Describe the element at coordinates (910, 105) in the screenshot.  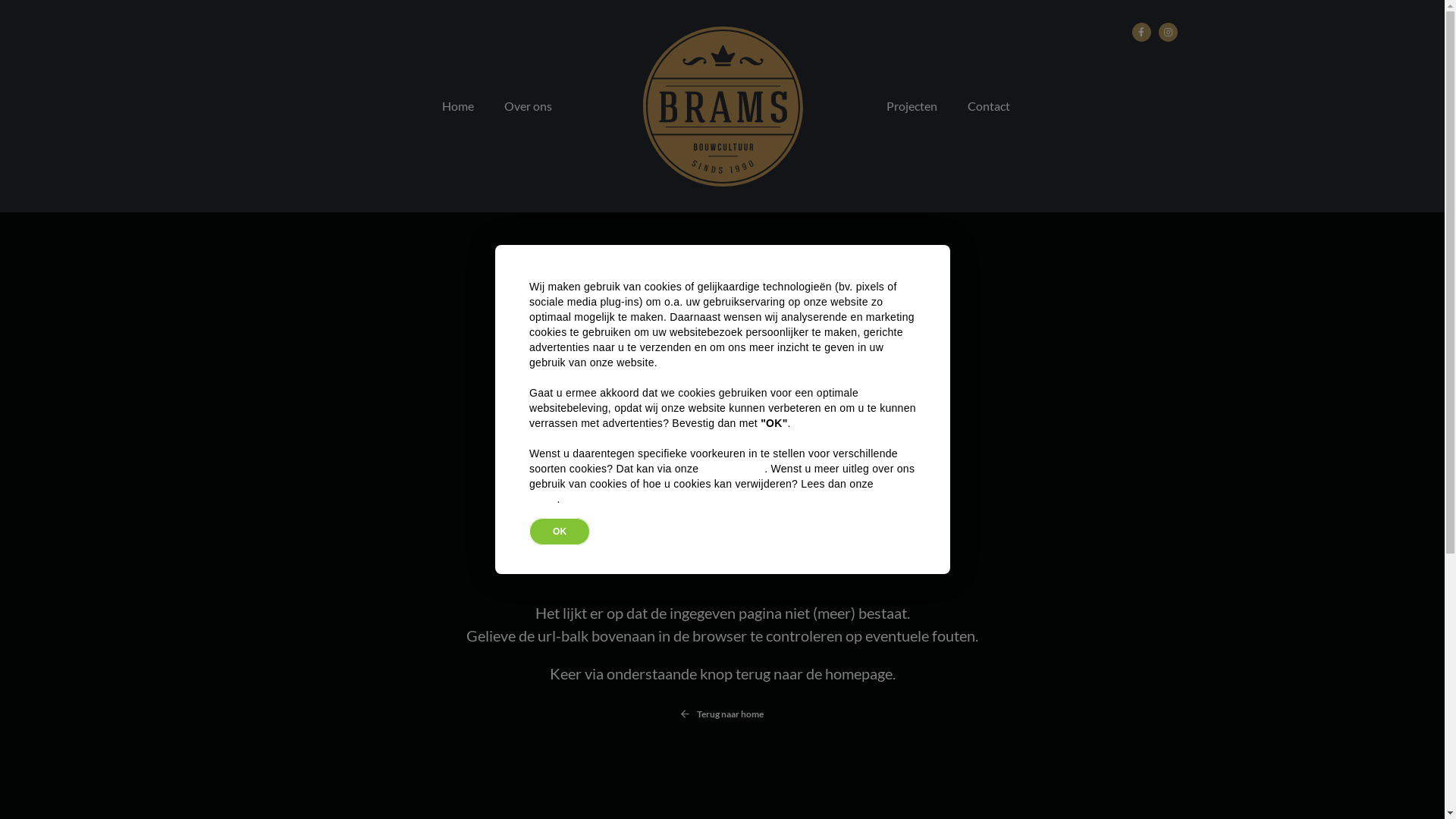
I see `'Projecten'` at that location.